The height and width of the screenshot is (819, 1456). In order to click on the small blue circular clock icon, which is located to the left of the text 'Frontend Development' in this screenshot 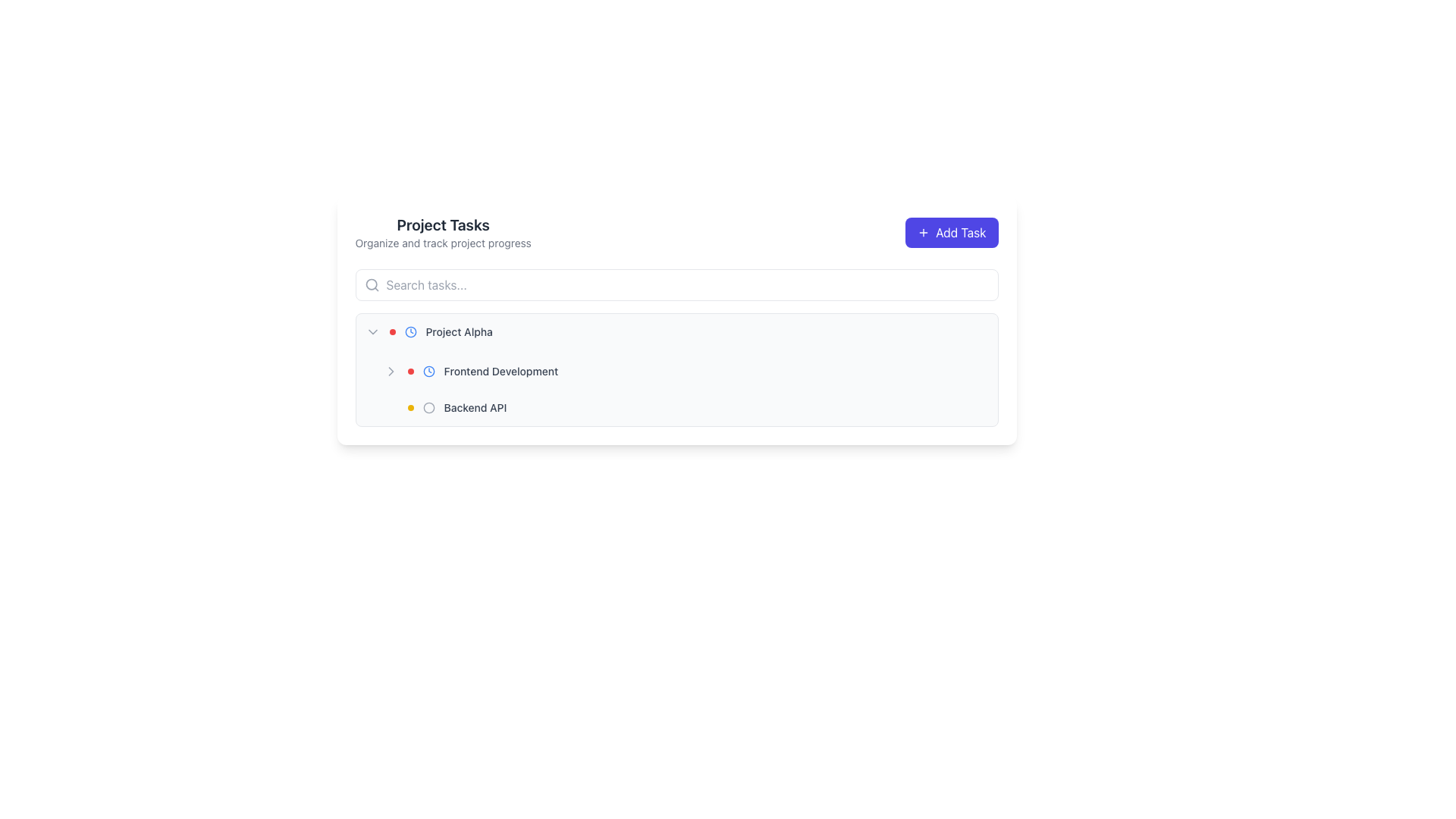, I will do `click(428, 371)`.